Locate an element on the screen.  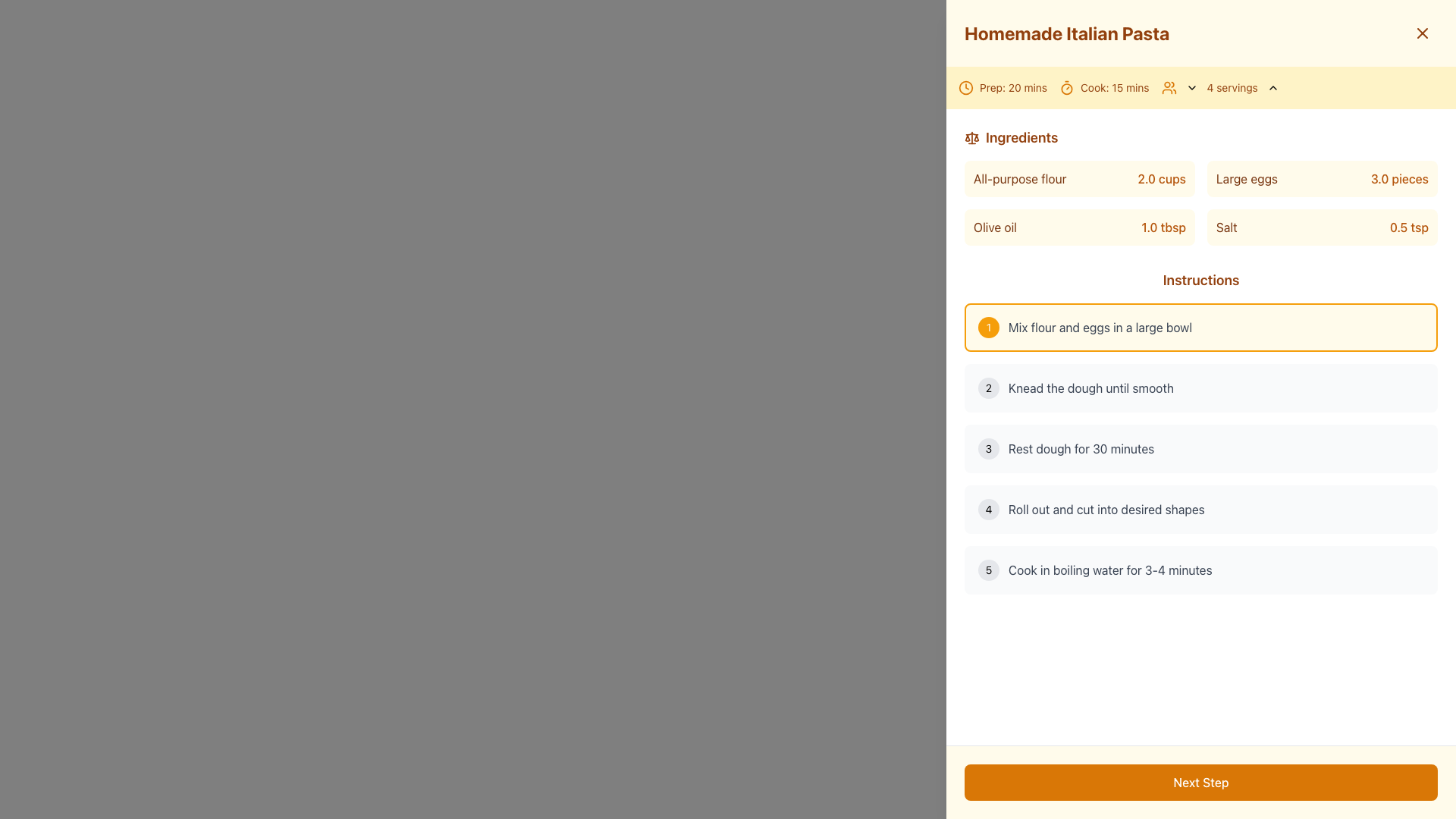
the circular badge indicating step 2 of the instructional sequence, located to the left of the instruction text 'Knead the dough until smooth' is located at coordinates (989, 388).